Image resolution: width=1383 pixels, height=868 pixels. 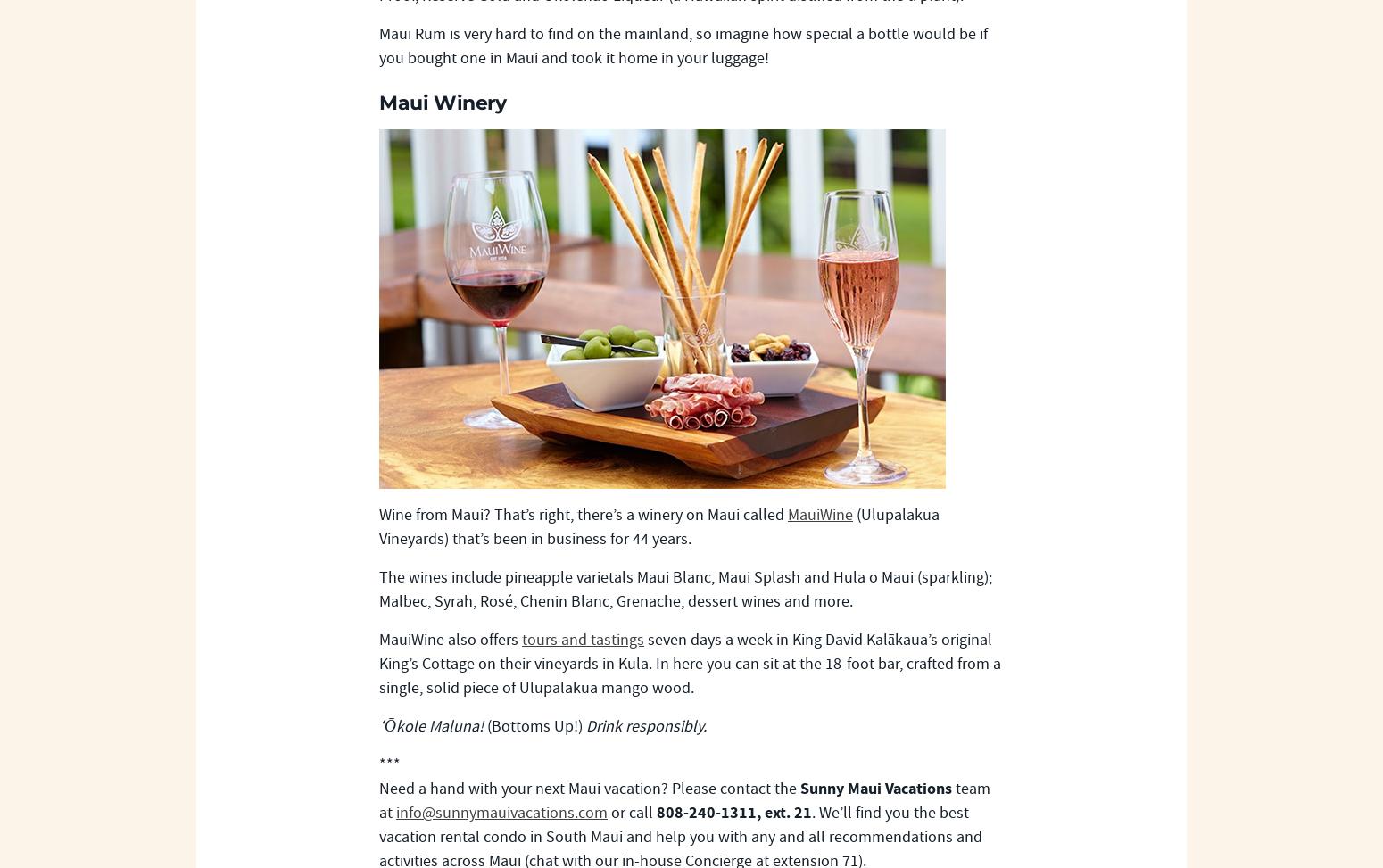 What do you see at coordinates (684, 800) in the screenshot?
I see `'team at'` at bounding box center [684, 800].